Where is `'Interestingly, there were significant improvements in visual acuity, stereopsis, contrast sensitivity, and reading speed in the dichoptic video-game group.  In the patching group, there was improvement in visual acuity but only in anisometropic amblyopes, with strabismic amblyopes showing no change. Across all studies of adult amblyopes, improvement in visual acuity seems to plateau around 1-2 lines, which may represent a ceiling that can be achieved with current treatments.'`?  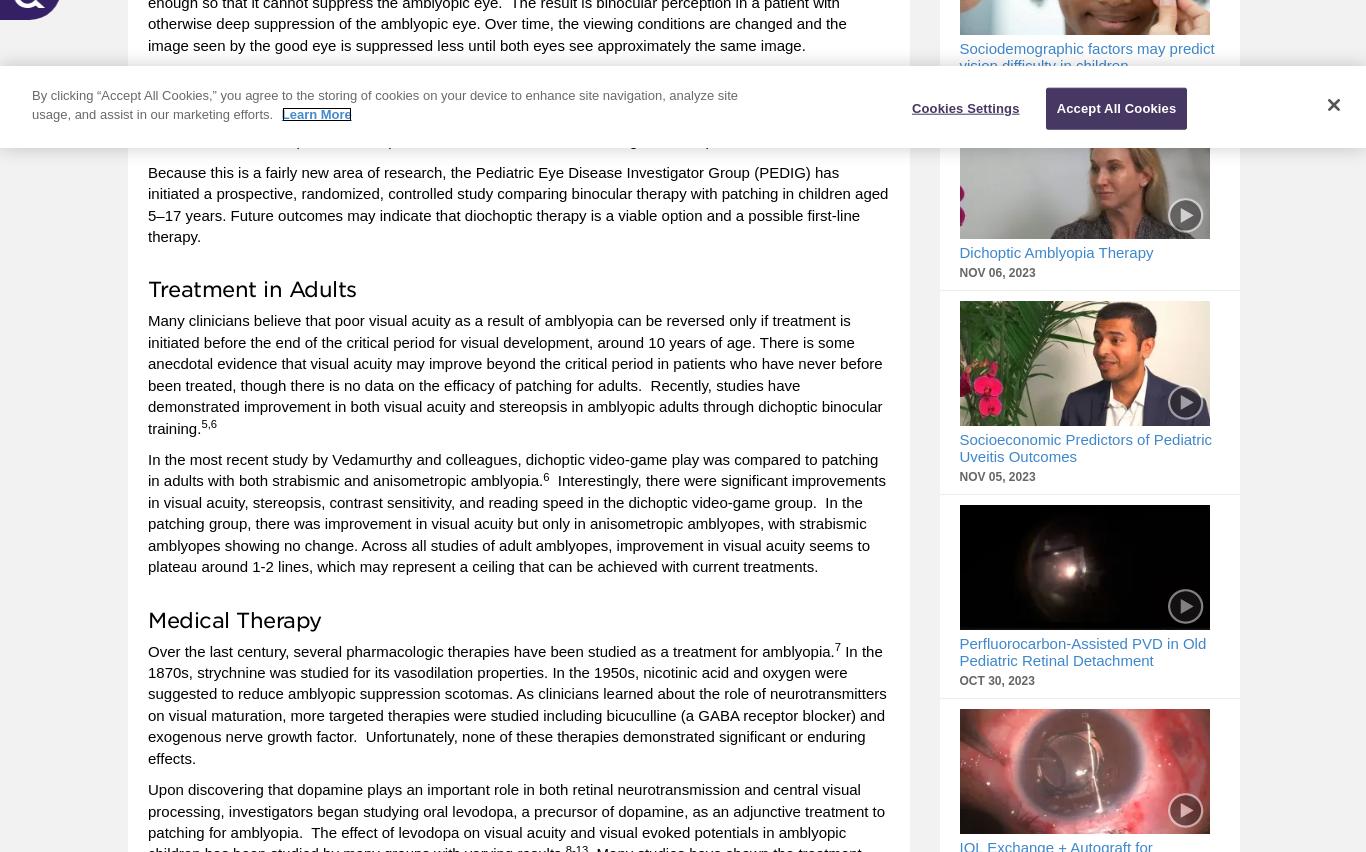
'Interestingly, there were significant improvements in visual acuity, stereopsis, contrast sensitivity, and reading speed in the dichoptic video-game group.  In the patching group, there was improvement in visual acuity but only in anisometropic amblyopes, with strabismic amblyopes showing no change. Across all studies of adult amblyopes, improvement in visual acuity seems to plateau around 1-2 lines, which may represent a ceiling that can be achieved with current treatments.' is located at coordinates (517, 522).